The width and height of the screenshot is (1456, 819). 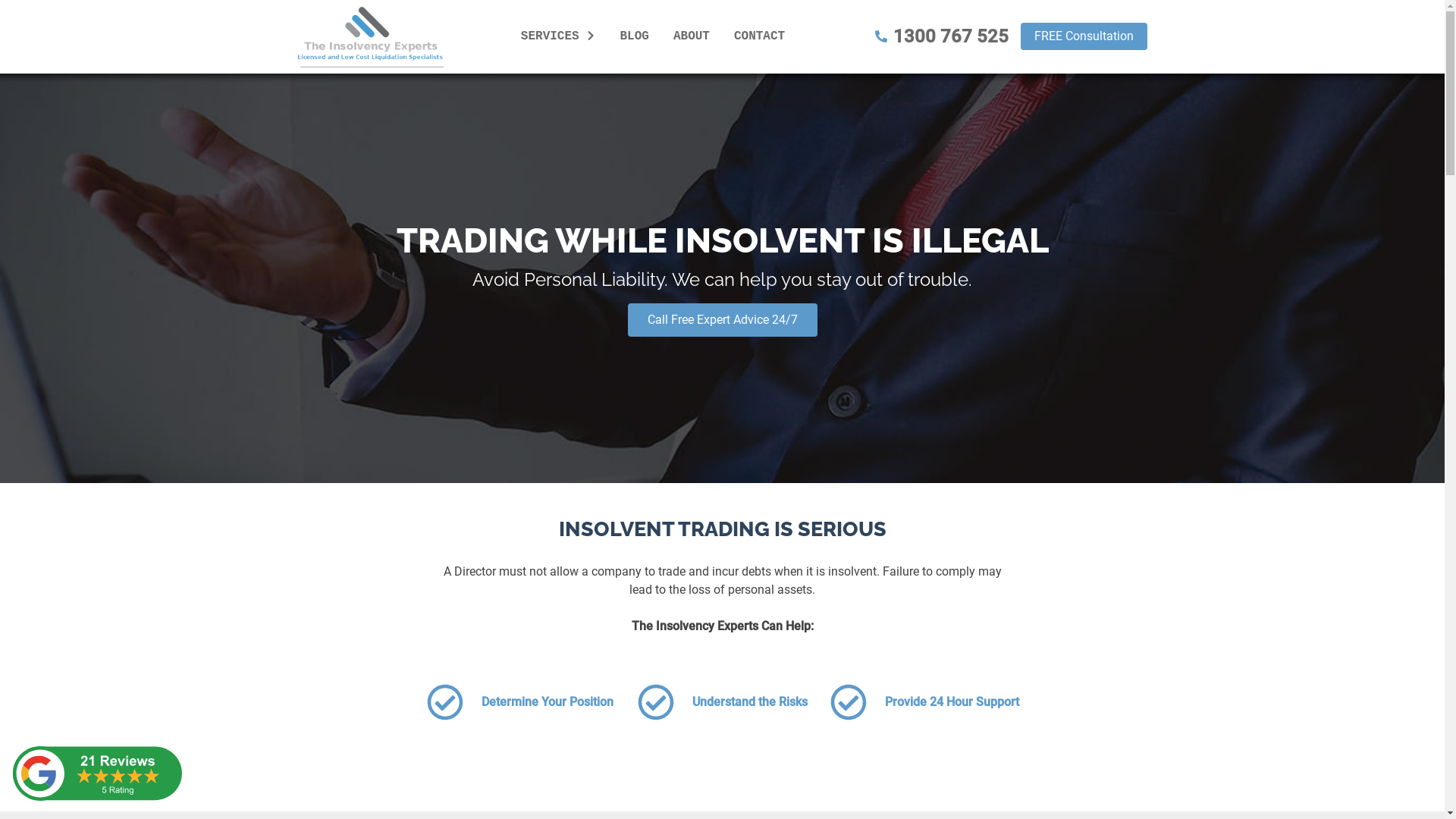 What do you see at coordinates (1083, 35) in the screenshot?
I see `'FREE Consultation'` at bounding box center [1083, 35].